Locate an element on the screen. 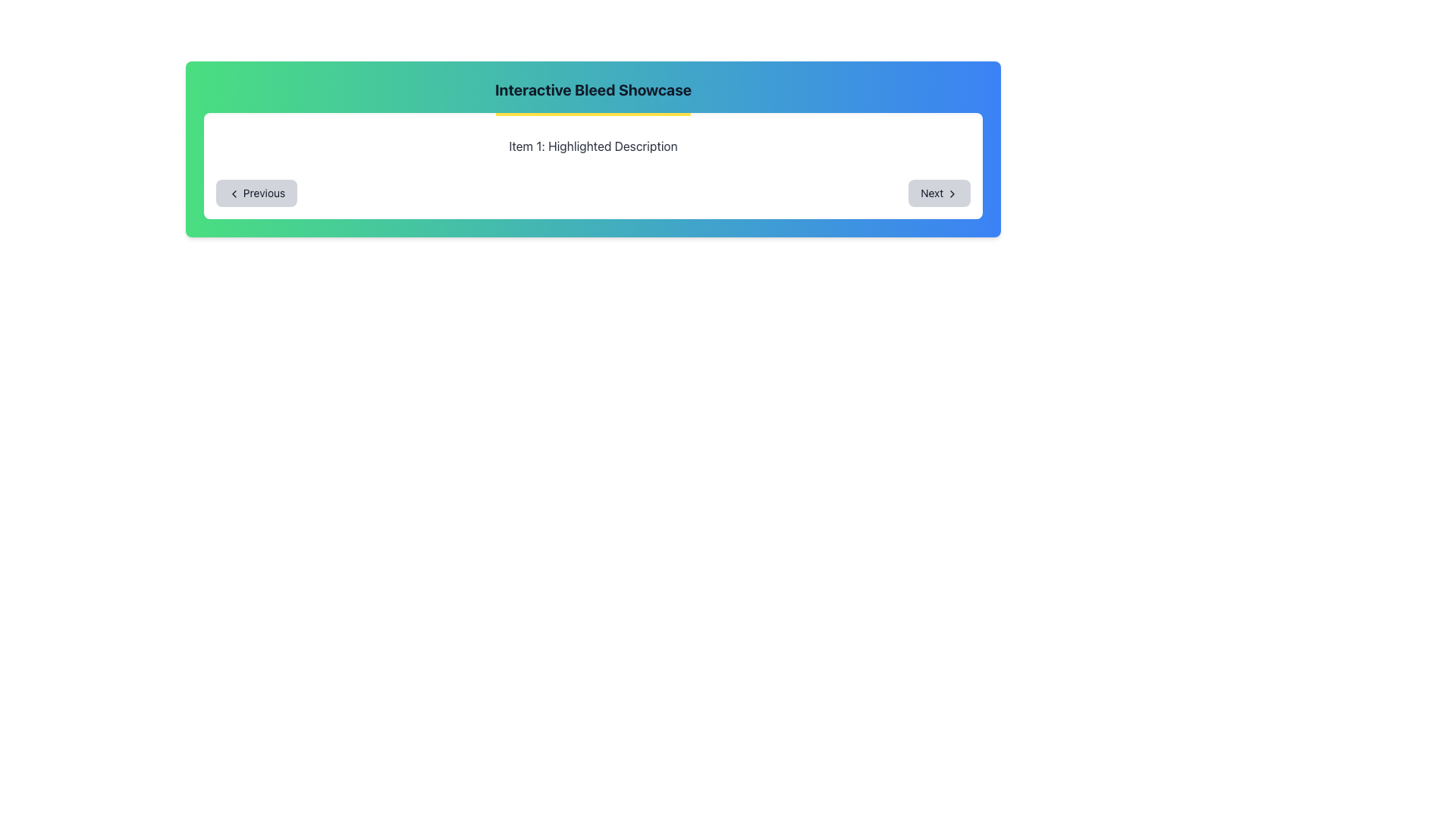 The image size is (1456, 819). the 'Previous' button located at the bottom-left of the navigation section is located at coordinates (256, 192).